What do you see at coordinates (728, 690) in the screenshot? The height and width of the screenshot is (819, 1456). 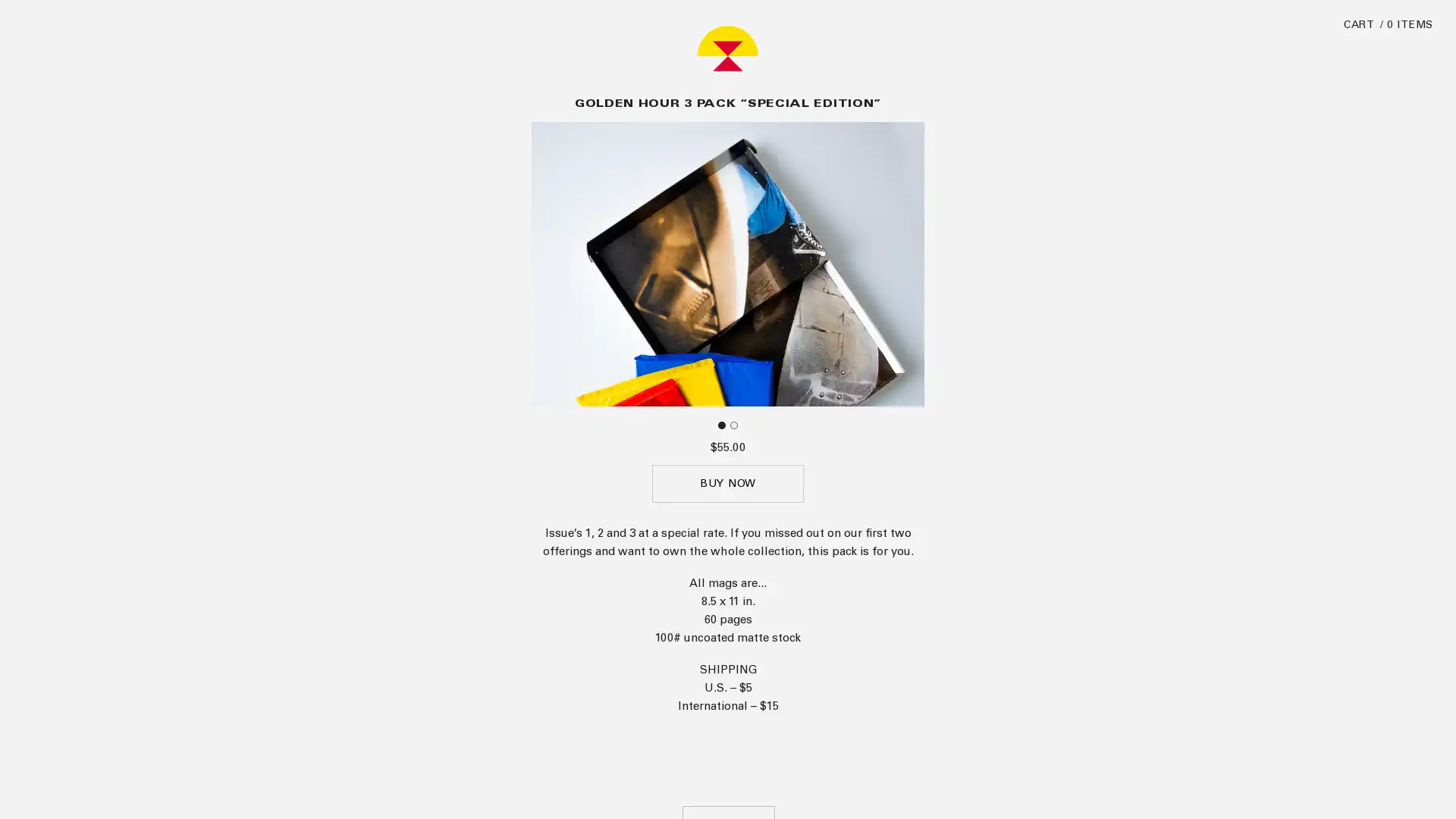 I see `BUY NOW` at bounding box center [728, 690].